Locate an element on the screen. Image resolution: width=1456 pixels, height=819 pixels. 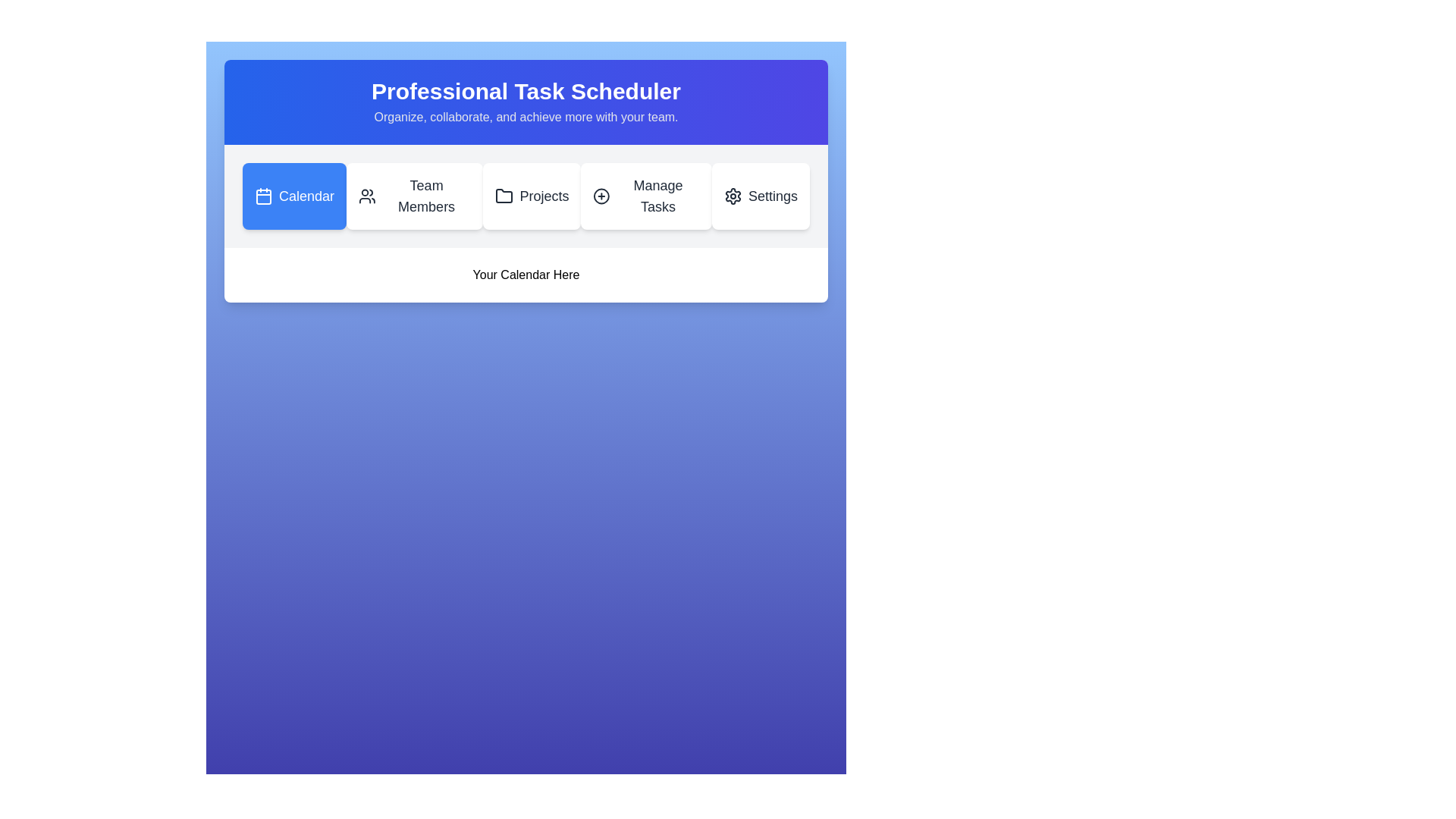
descriptive subtitle located below the bold heading 'Professional Task Scheduler', within the gradient background section is located at coordinates (526, 116).